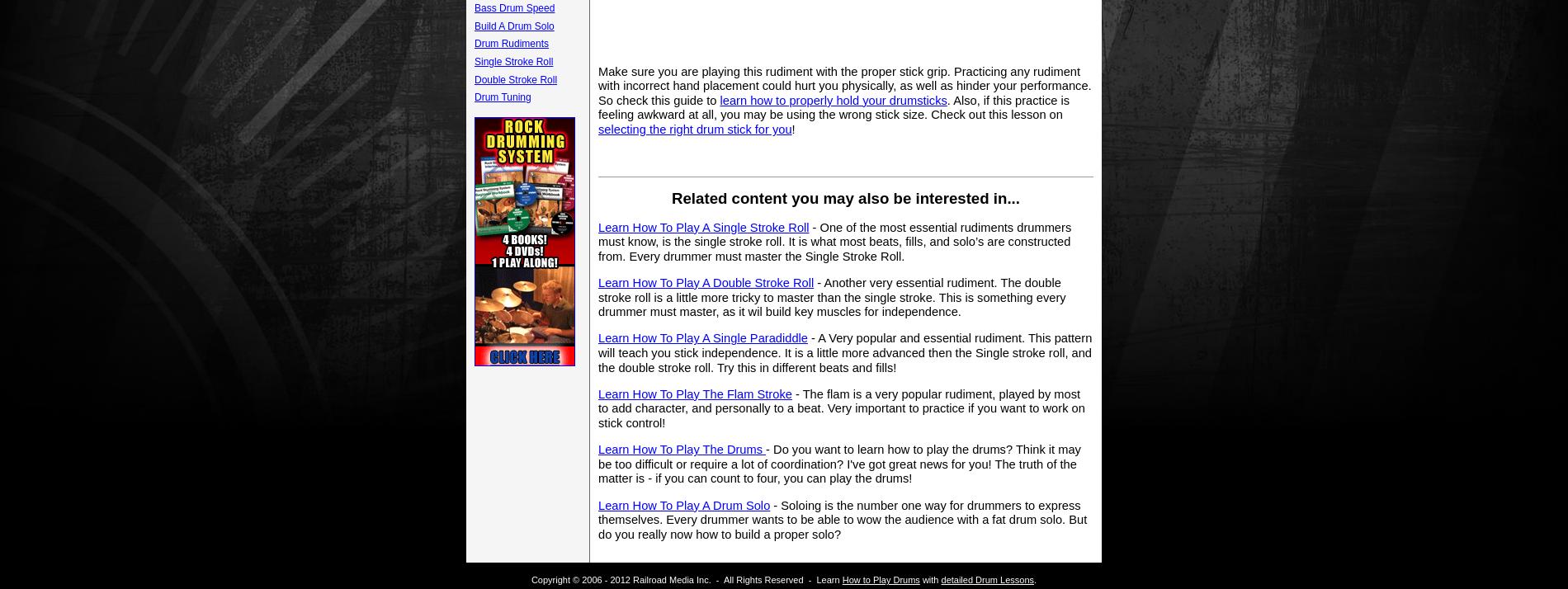 This screenshot has width=1568, height=589. What do you see at coordinates (597, 464) in the screenshot?
I see `'- Do you want to learn how to play the drums? Think it may be too difficult or require a lot of coordination? I've got great news for you! The truth of the matter is - if you can count to four, you can play the drums!'` at bounding box center [597, 464].